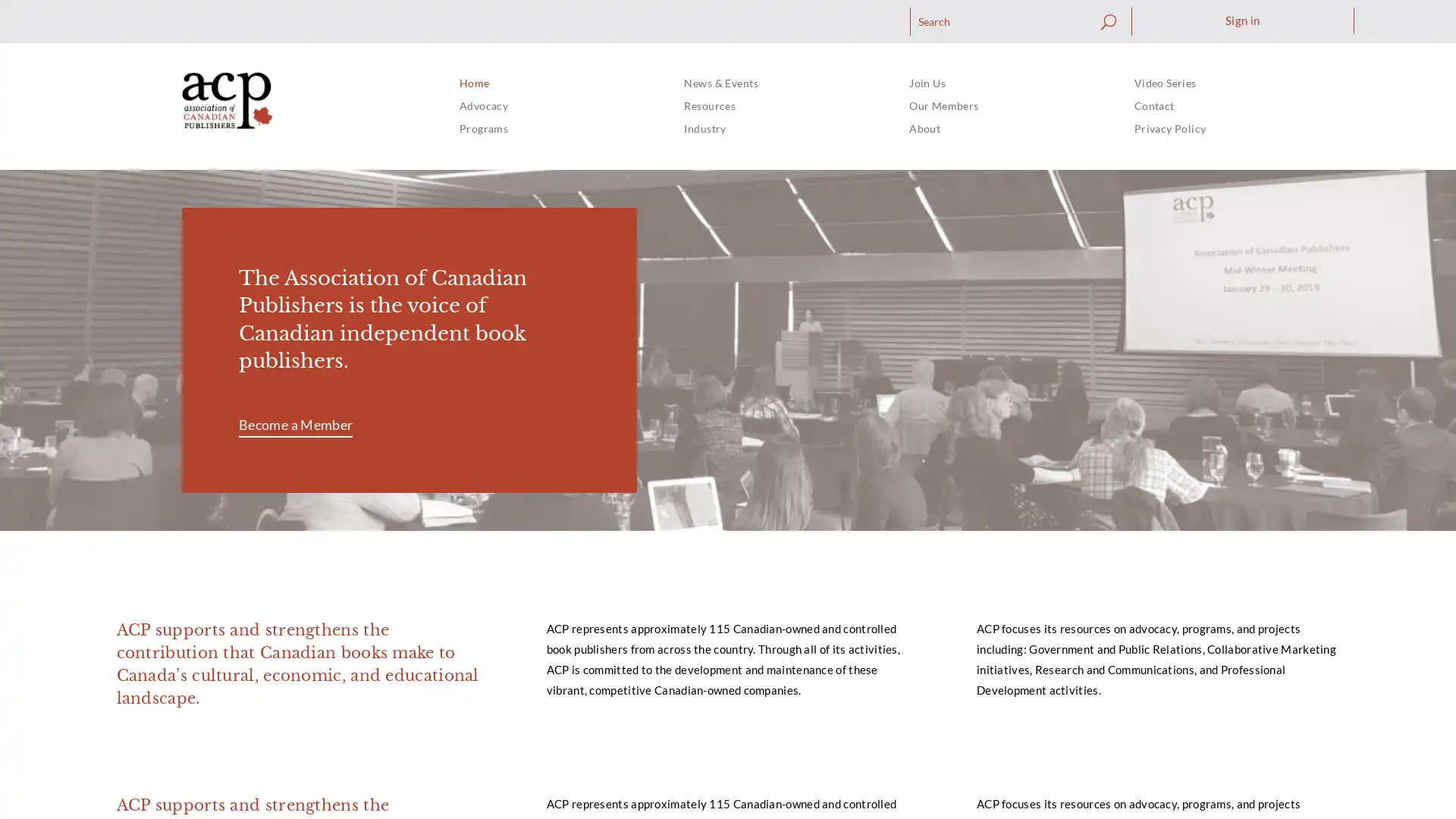 Image resolution: width=1456 pixels, height=819 pixels. I want to click on Search, so click(1109, 21).